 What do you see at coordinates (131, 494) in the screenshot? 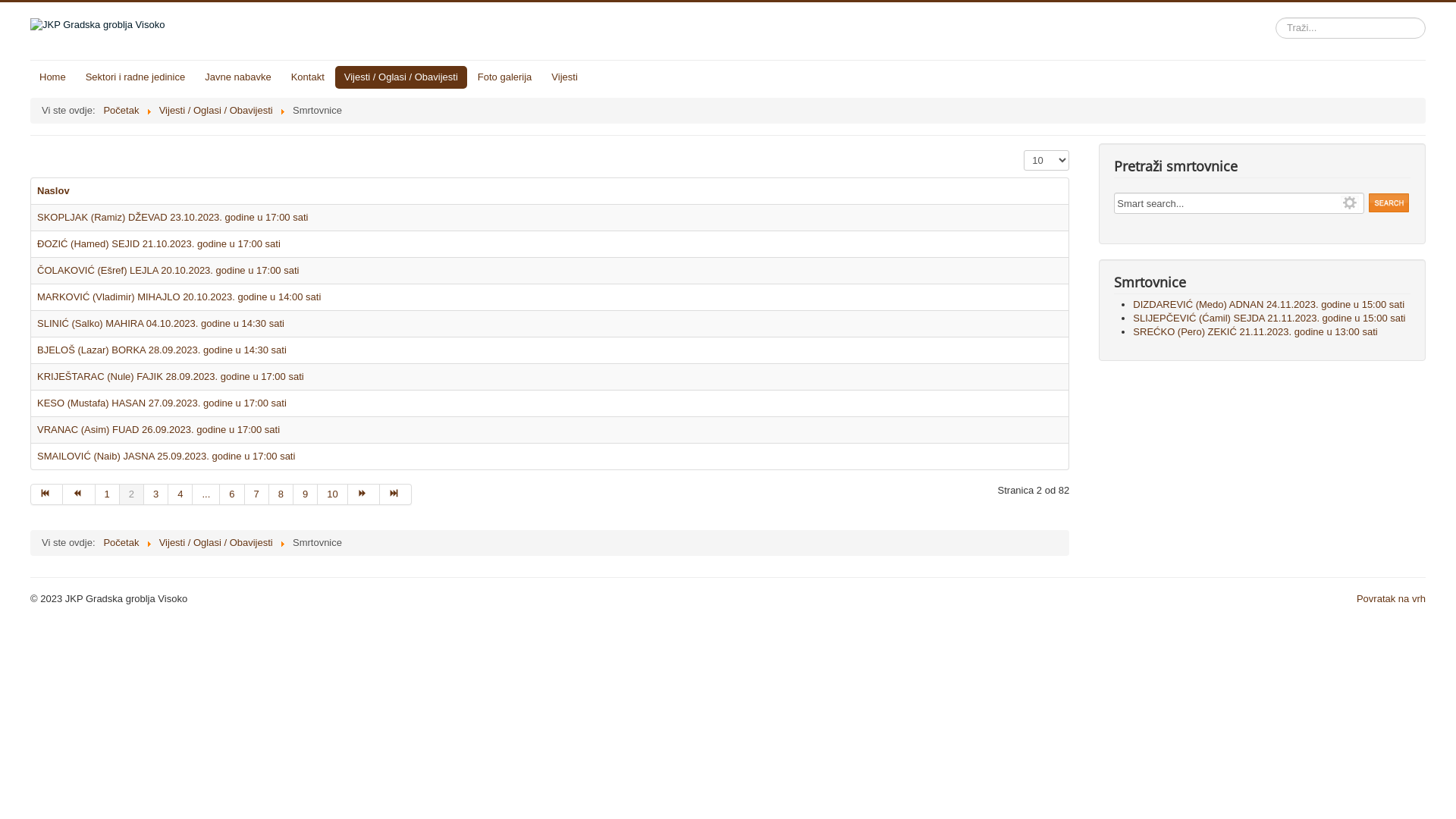
I see `'2'` at bounding box center [131, 494].